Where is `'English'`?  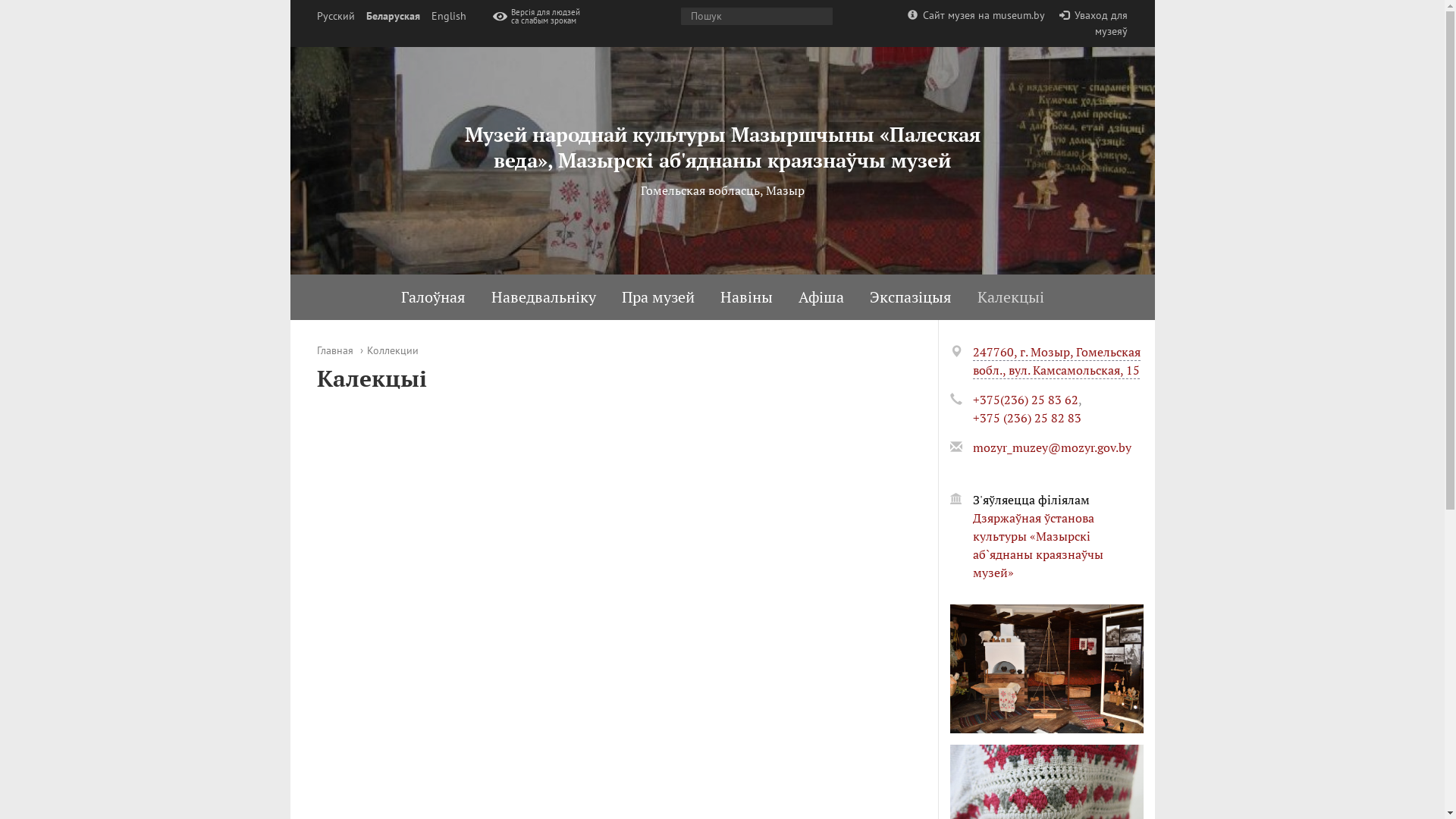
'English' is located at coordinates (447, 16).